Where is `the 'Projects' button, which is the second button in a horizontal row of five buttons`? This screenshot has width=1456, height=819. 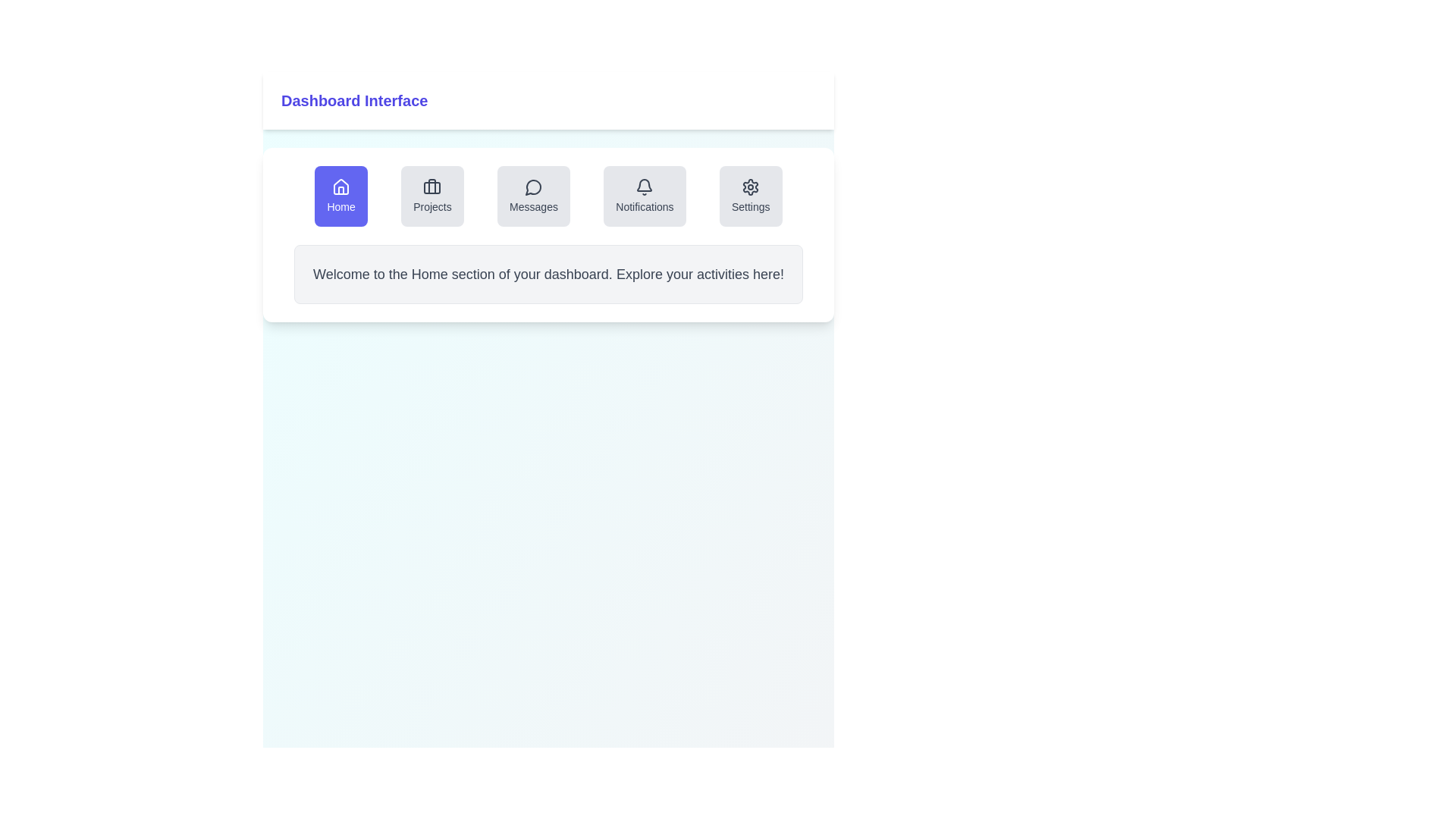
the 'Projects' button, which is the second button in a horizontal row of five buttons is located at coordinates (431, 195).